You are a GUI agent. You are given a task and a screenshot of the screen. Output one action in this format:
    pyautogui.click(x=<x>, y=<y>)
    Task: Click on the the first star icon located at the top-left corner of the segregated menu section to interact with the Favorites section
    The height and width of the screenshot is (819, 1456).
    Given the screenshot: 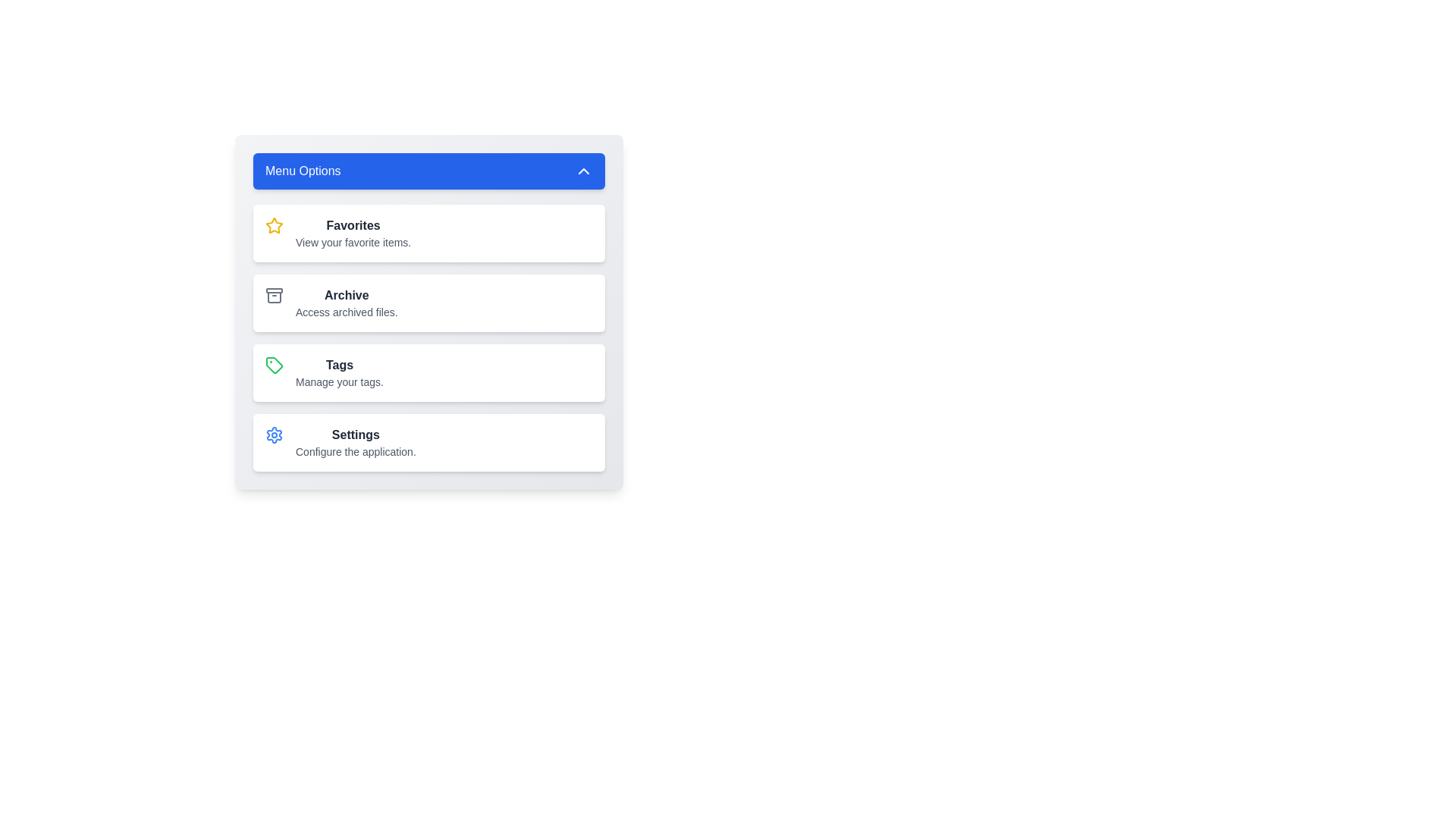 What is the action you would take?
    pyautogui.click(x=274, y=225)
    